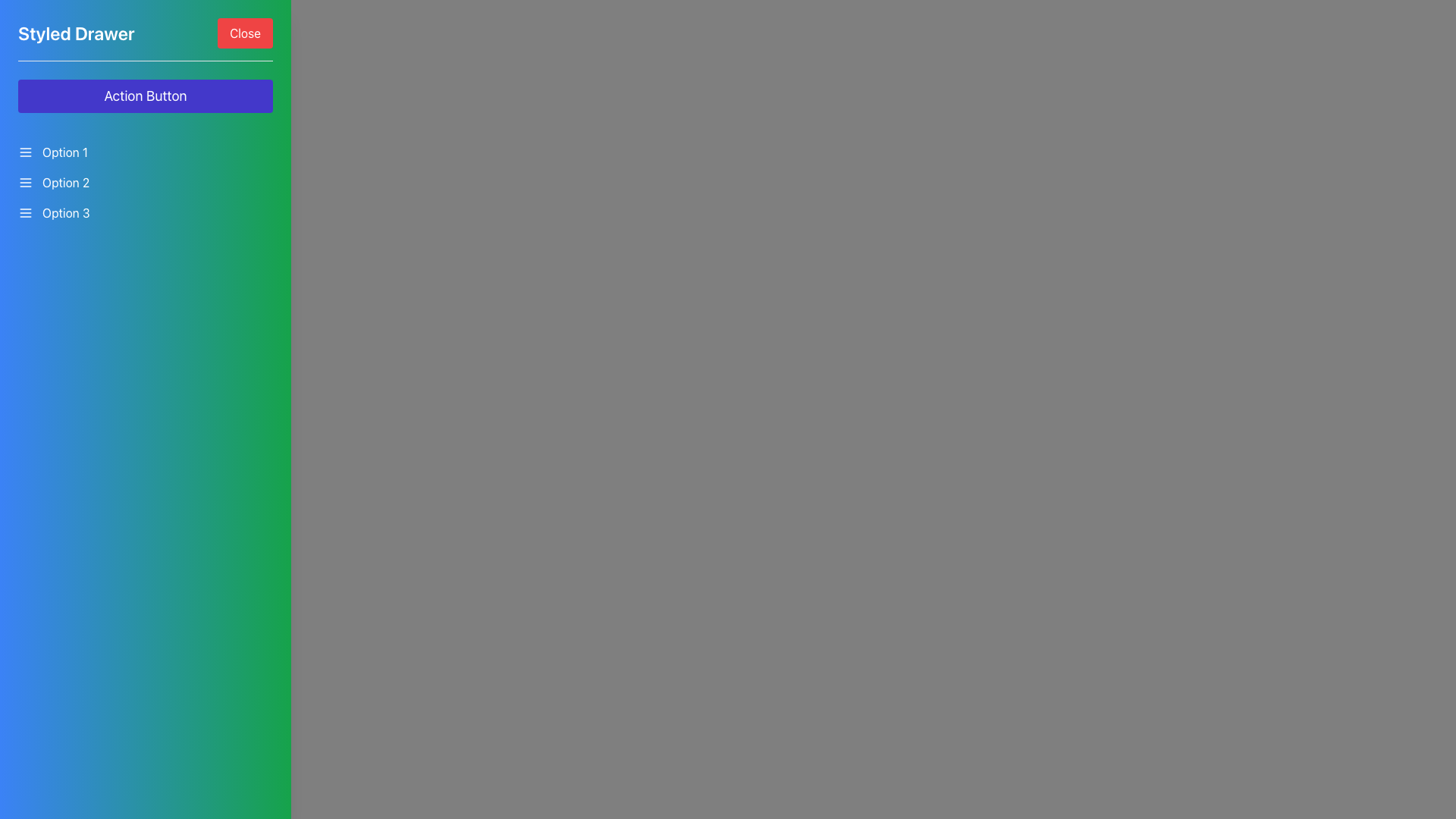 This screenshot has height=819, width=1456. What do you see at coordinates (146, 96) in the screenshot?
I see `the button located below the 'Styled Drawer' header and above the options list` at bounding box center [146, 96].